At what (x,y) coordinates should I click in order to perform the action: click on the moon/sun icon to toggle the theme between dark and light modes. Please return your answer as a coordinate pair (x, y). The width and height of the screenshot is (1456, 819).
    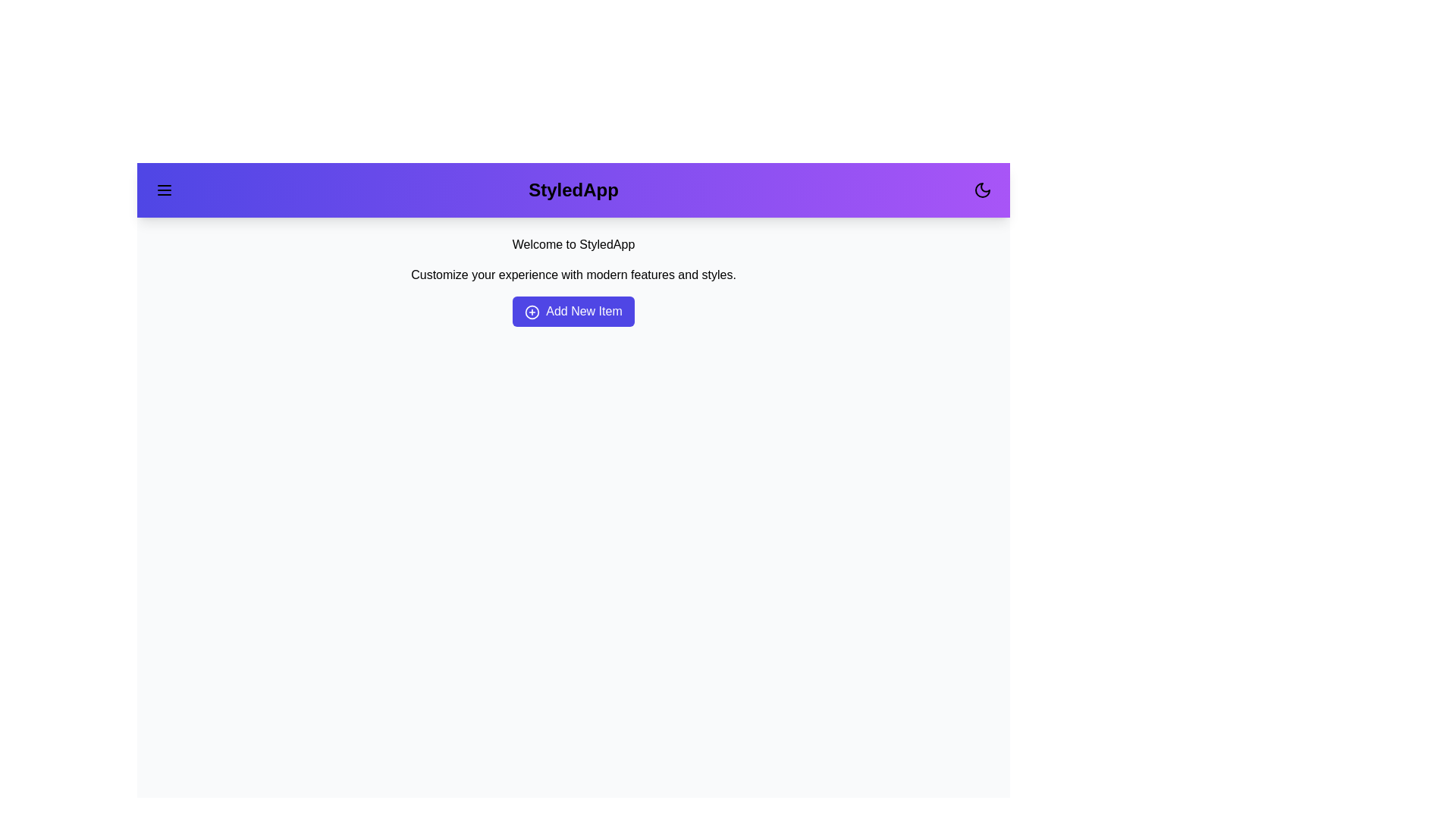
    Looking at the image, I should click on (983, 189).